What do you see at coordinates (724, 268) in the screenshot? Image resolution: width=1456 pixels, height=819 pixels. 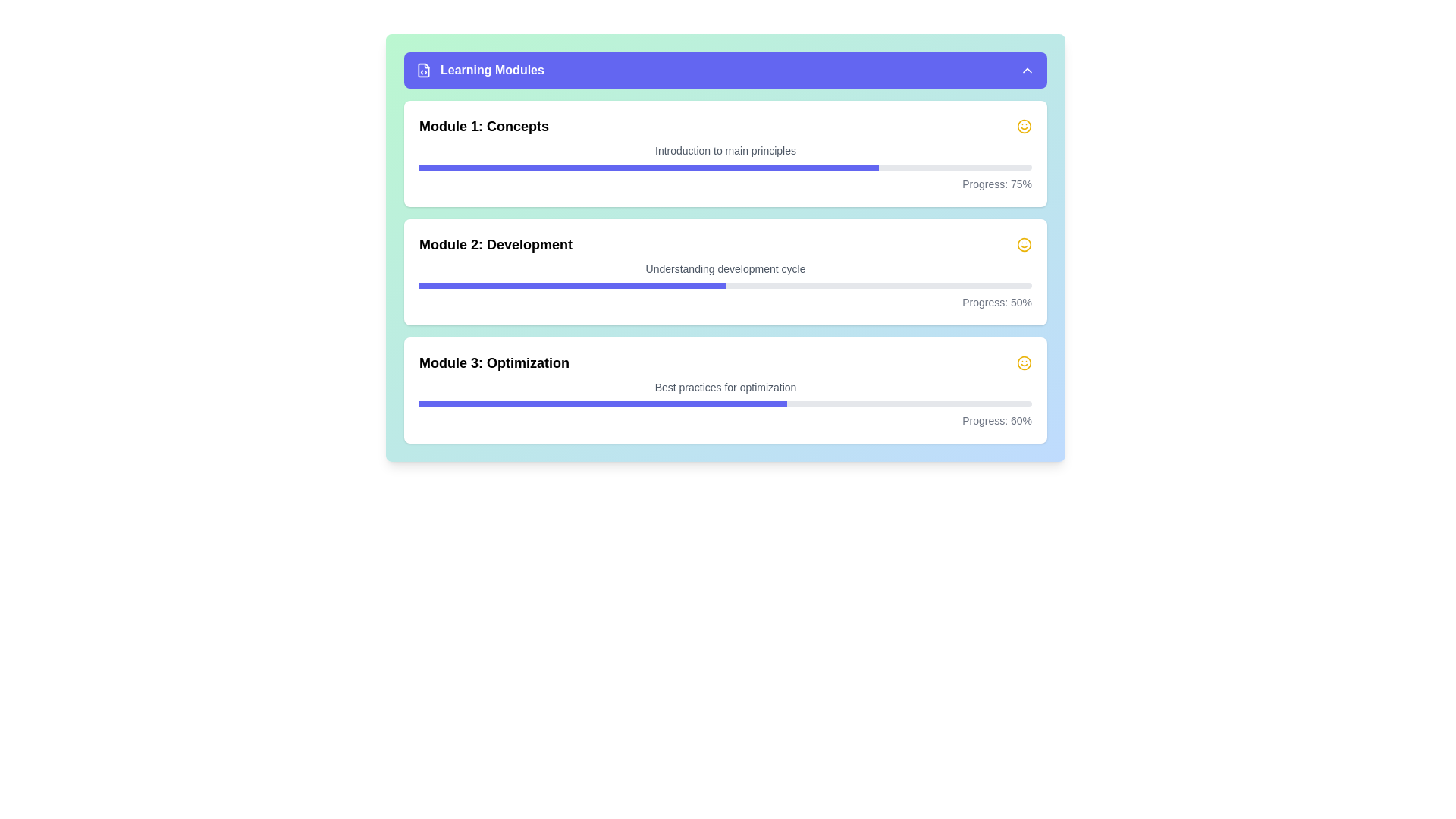 I see `the text label that reads 'Understanding development cycle,' which is styled in small gray text and located below the bold title 'Module 2: Development' within the second module card` at bounding box center [724, 268].